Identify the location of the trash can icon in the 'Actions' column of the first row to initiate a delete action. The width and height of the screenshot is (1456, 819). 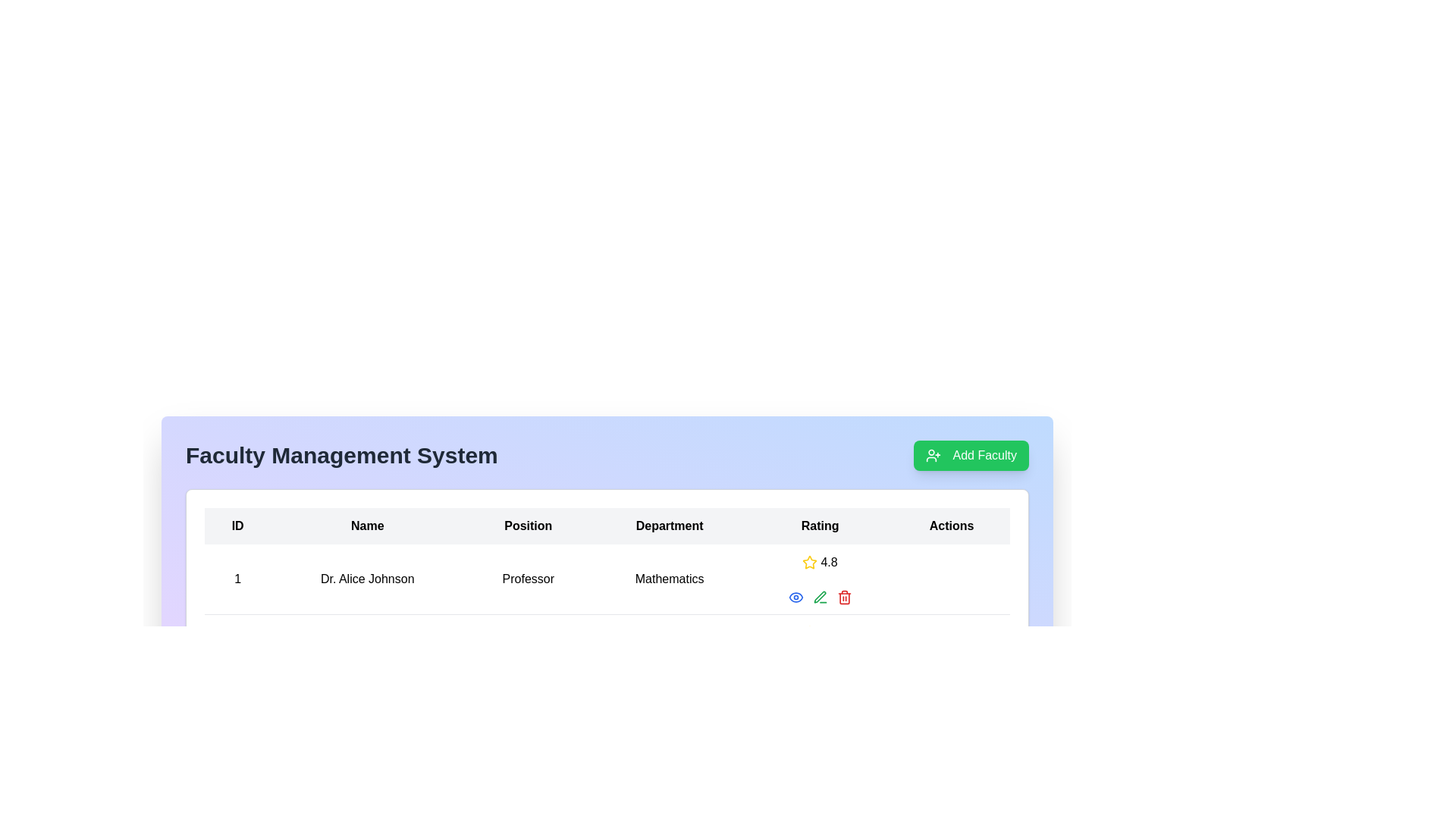
(843, 598).